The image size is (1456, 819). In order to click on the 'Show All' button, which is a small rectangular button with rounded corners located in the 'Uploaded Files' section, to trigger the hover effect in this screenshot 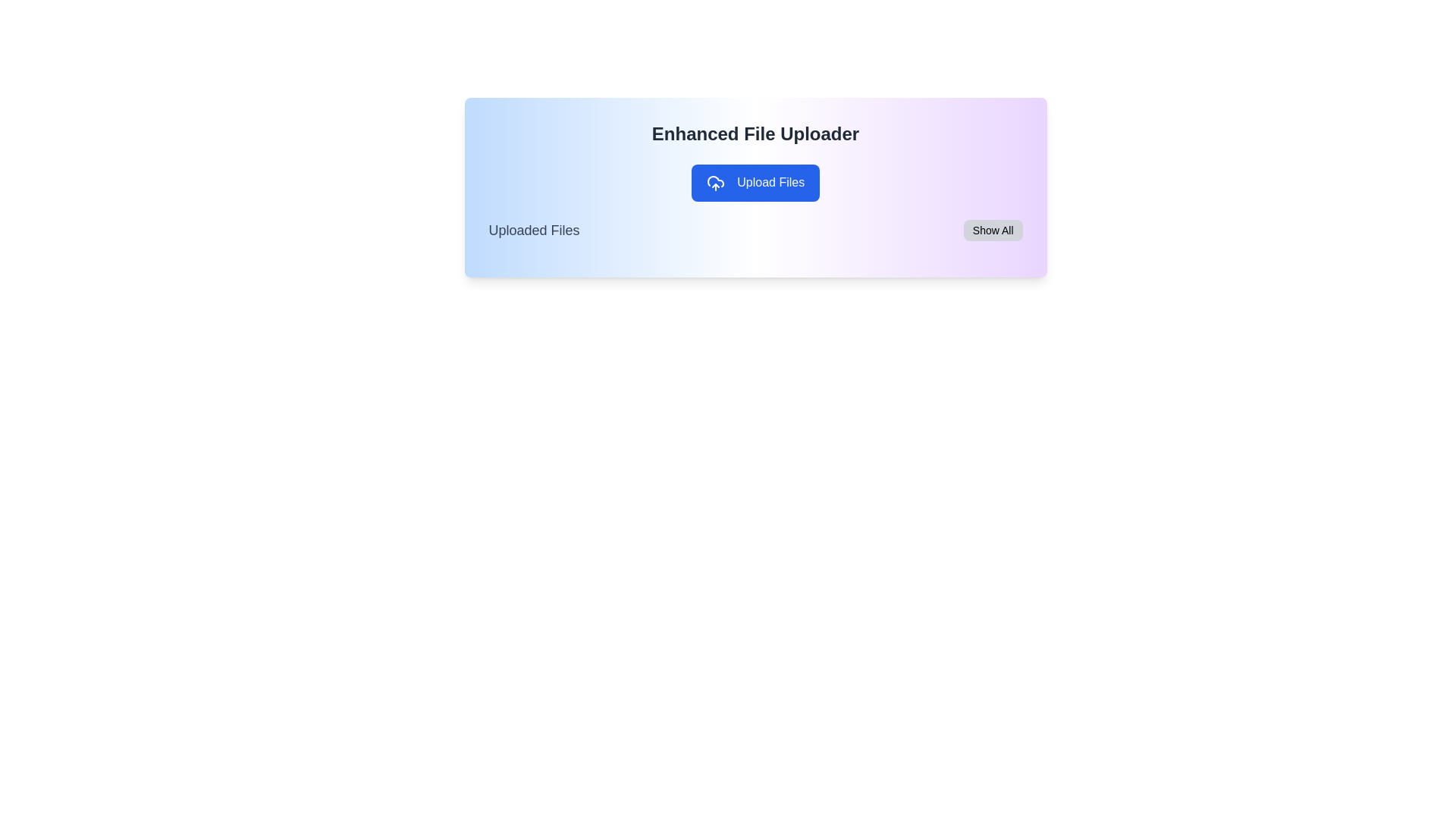, I will do `click(993, 230)`.